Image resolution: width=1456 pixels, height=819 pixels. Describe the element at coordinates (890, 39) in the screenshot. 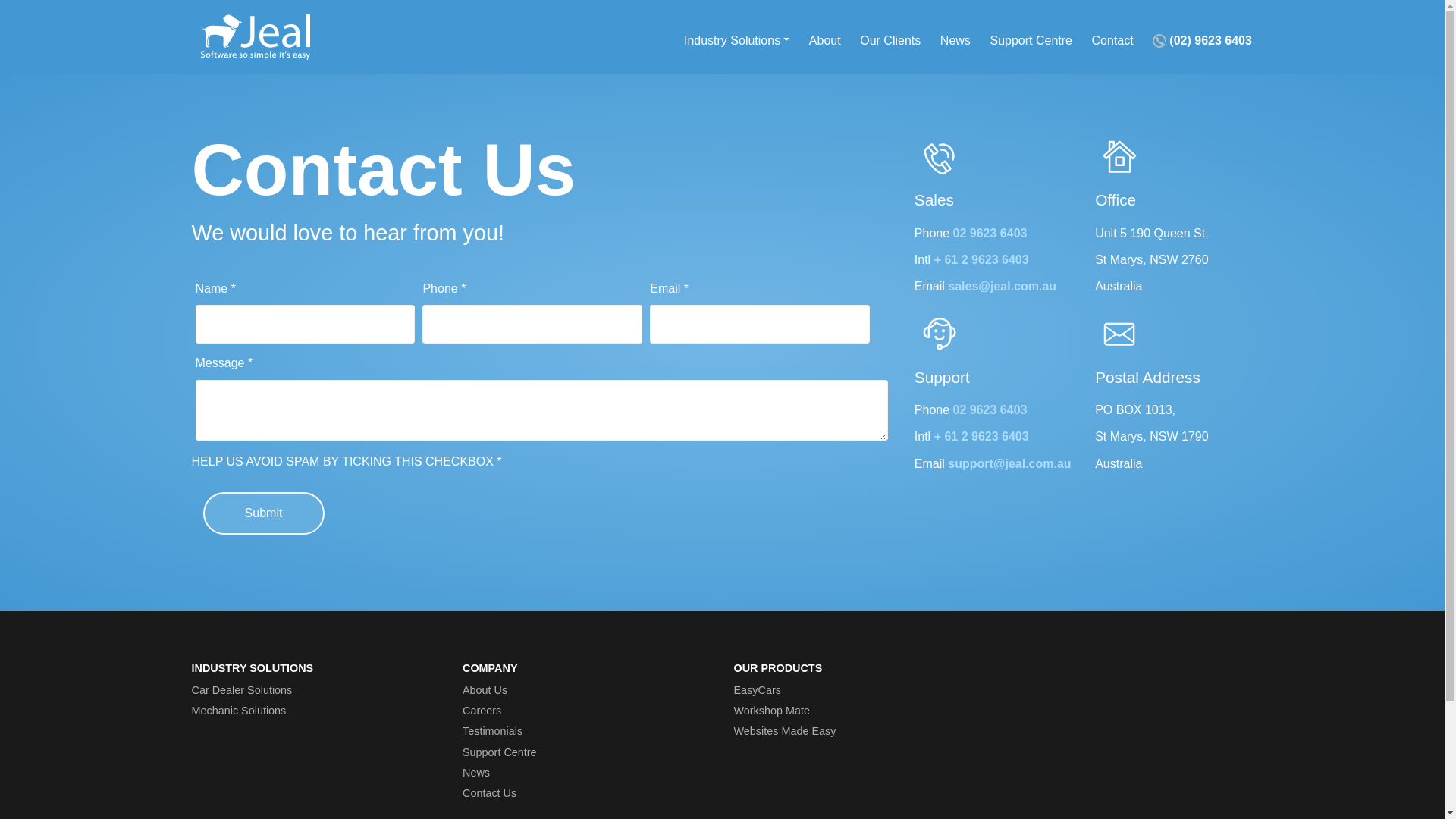

I see `'Our Clients'` at that location.